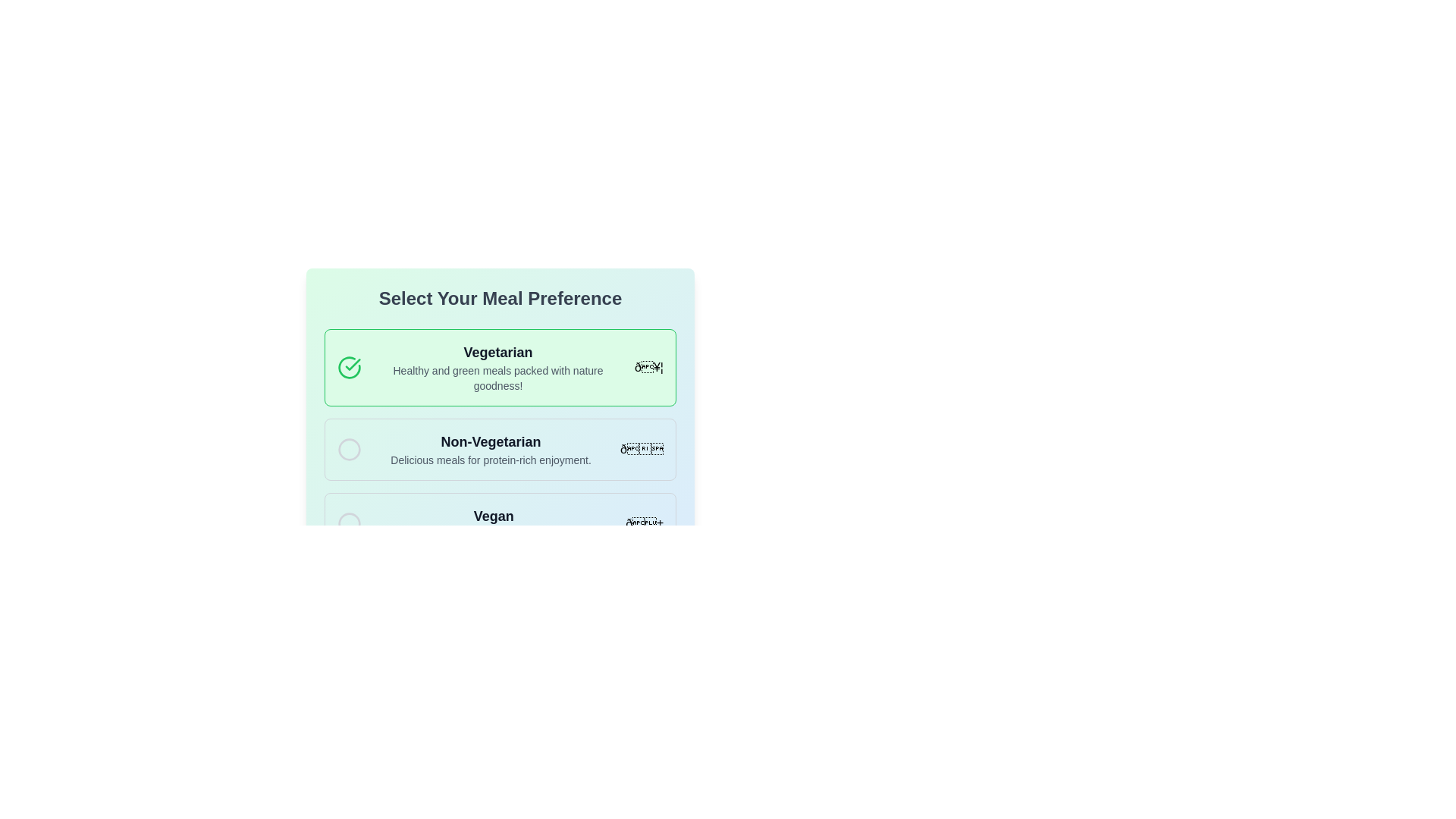 This screenshot has height=819, width=1456. What do you see at coordinates (498, 377) in the screenshot?
I see `the text label that reads 'Healthy and green meals packed with nature goodness!' located below the subtitle 'Vegetarian' in the meal preference selection interface` at bounding box center [498, 377].